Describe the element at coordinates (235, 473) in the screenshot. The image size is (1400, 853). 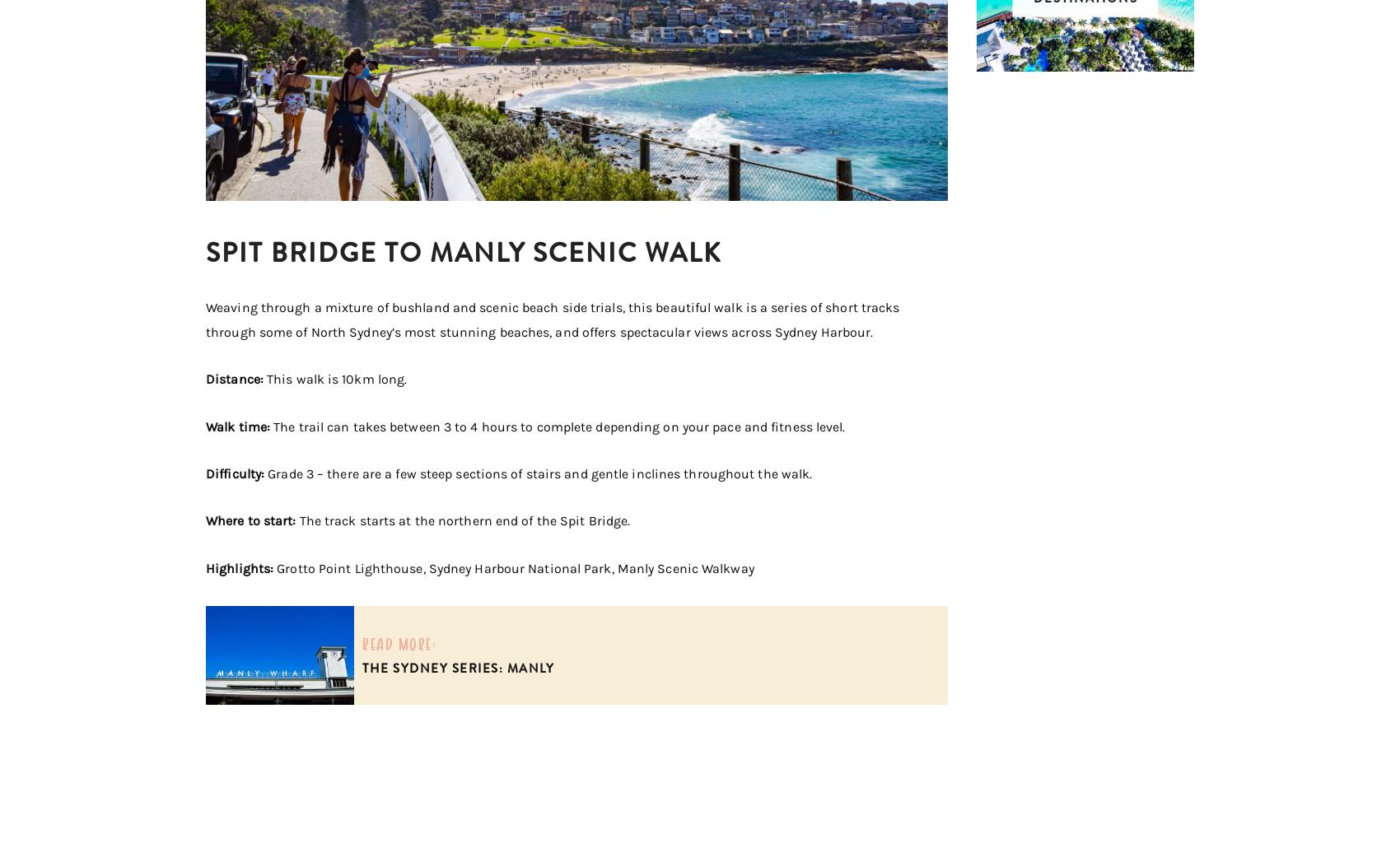
I see `'Difficulty:'` at that location.